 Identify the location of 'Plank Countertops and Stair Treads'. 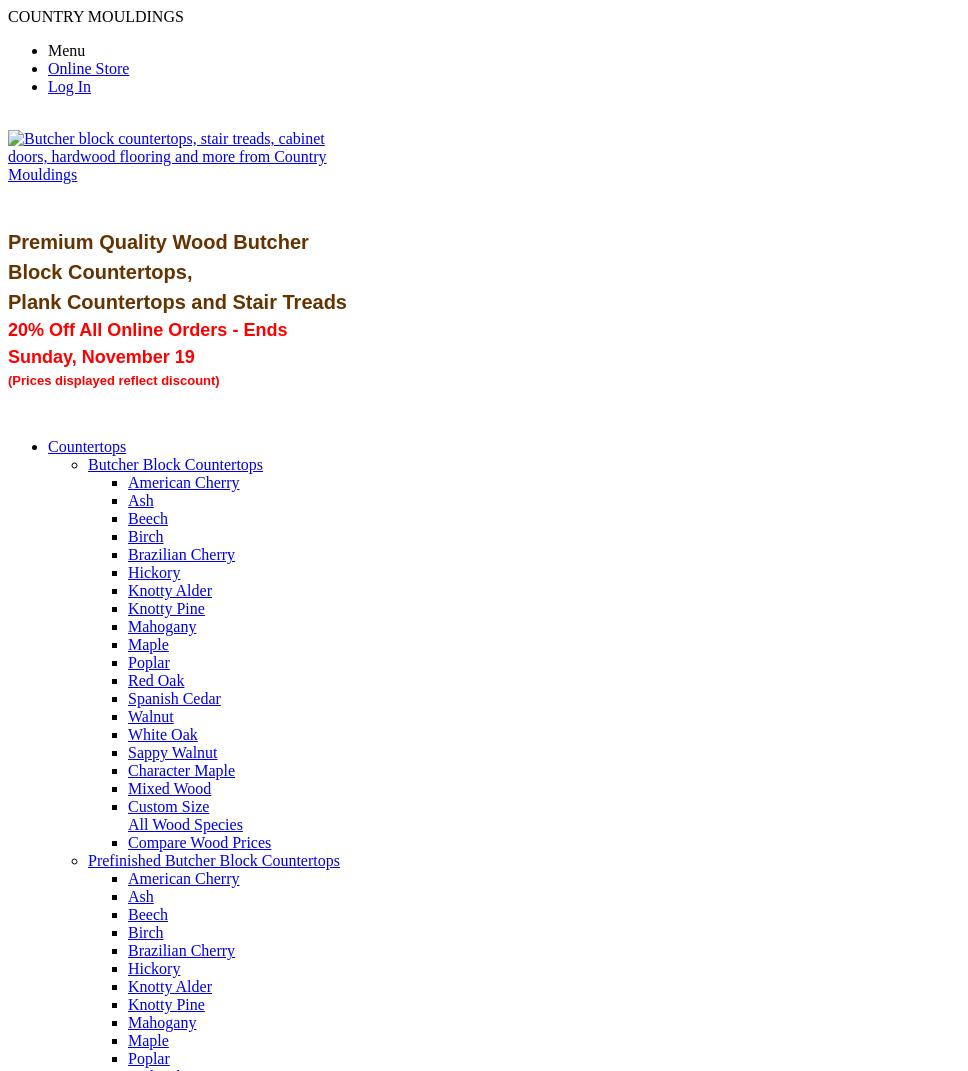
(177, 302).